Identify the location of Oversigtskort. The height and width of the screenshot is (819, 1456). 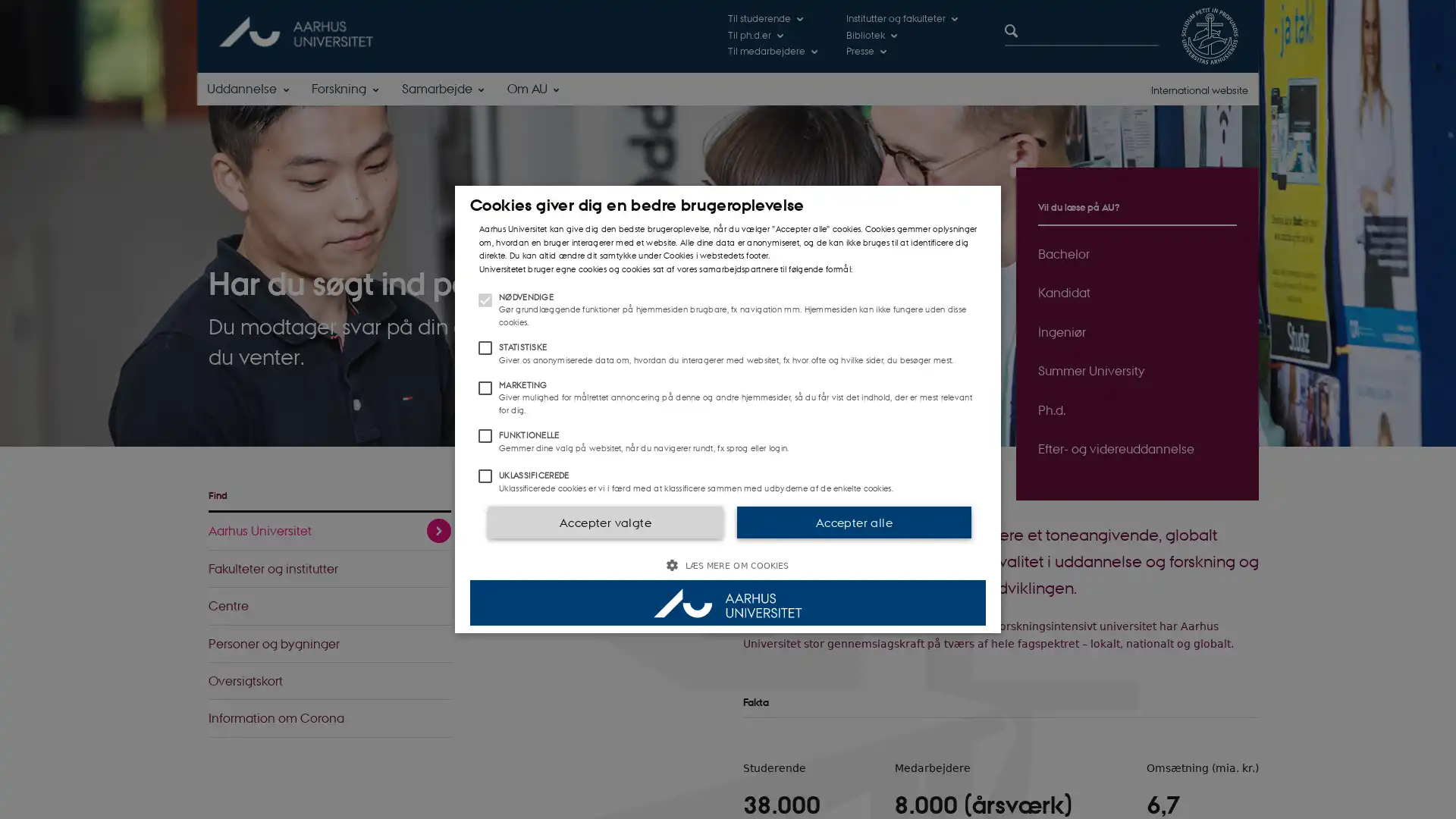
(329, 679).